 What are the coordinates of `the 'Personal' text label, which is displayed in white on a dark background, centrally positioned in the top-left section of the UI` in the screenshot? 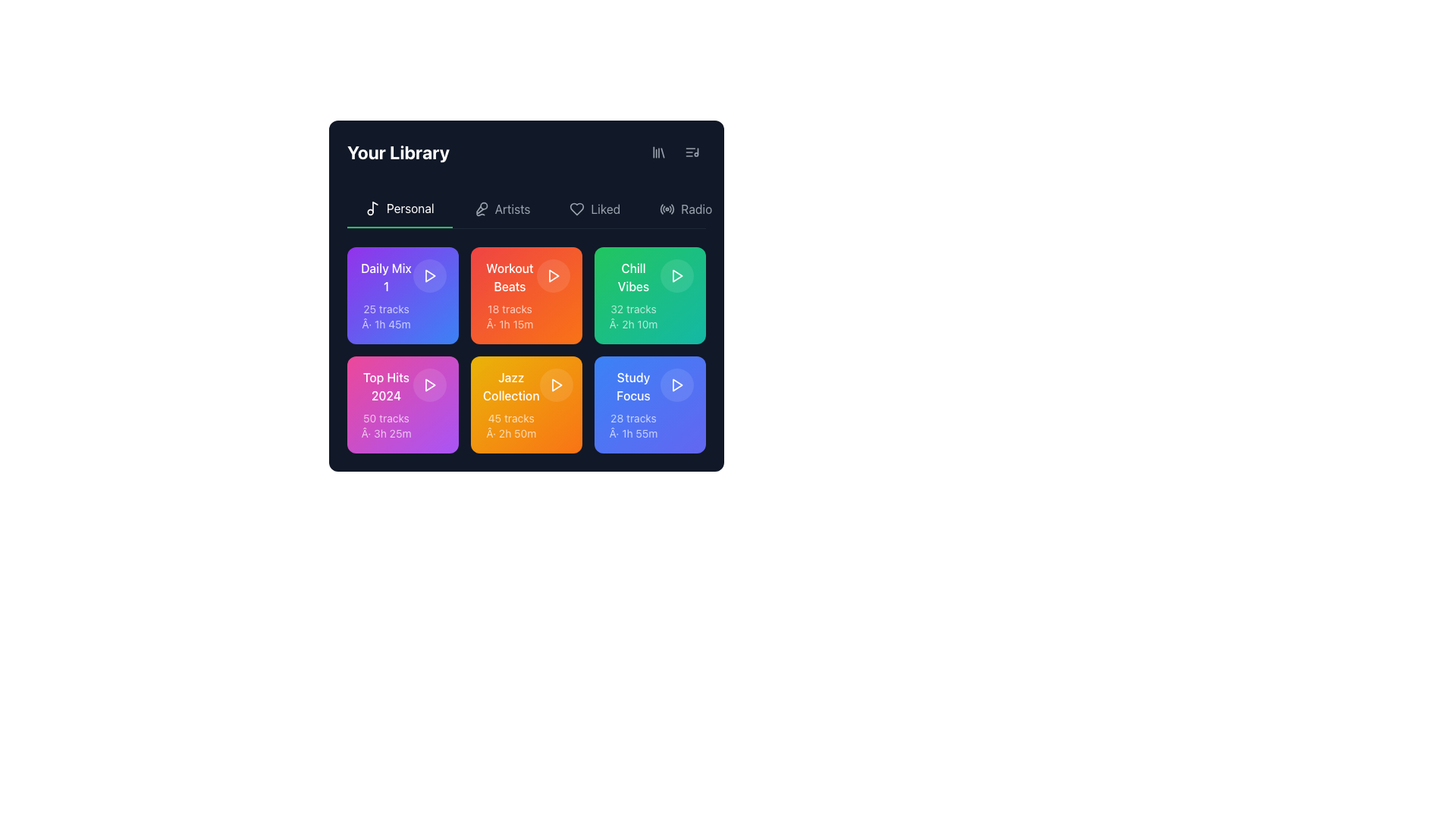 It's located at (410, 208).